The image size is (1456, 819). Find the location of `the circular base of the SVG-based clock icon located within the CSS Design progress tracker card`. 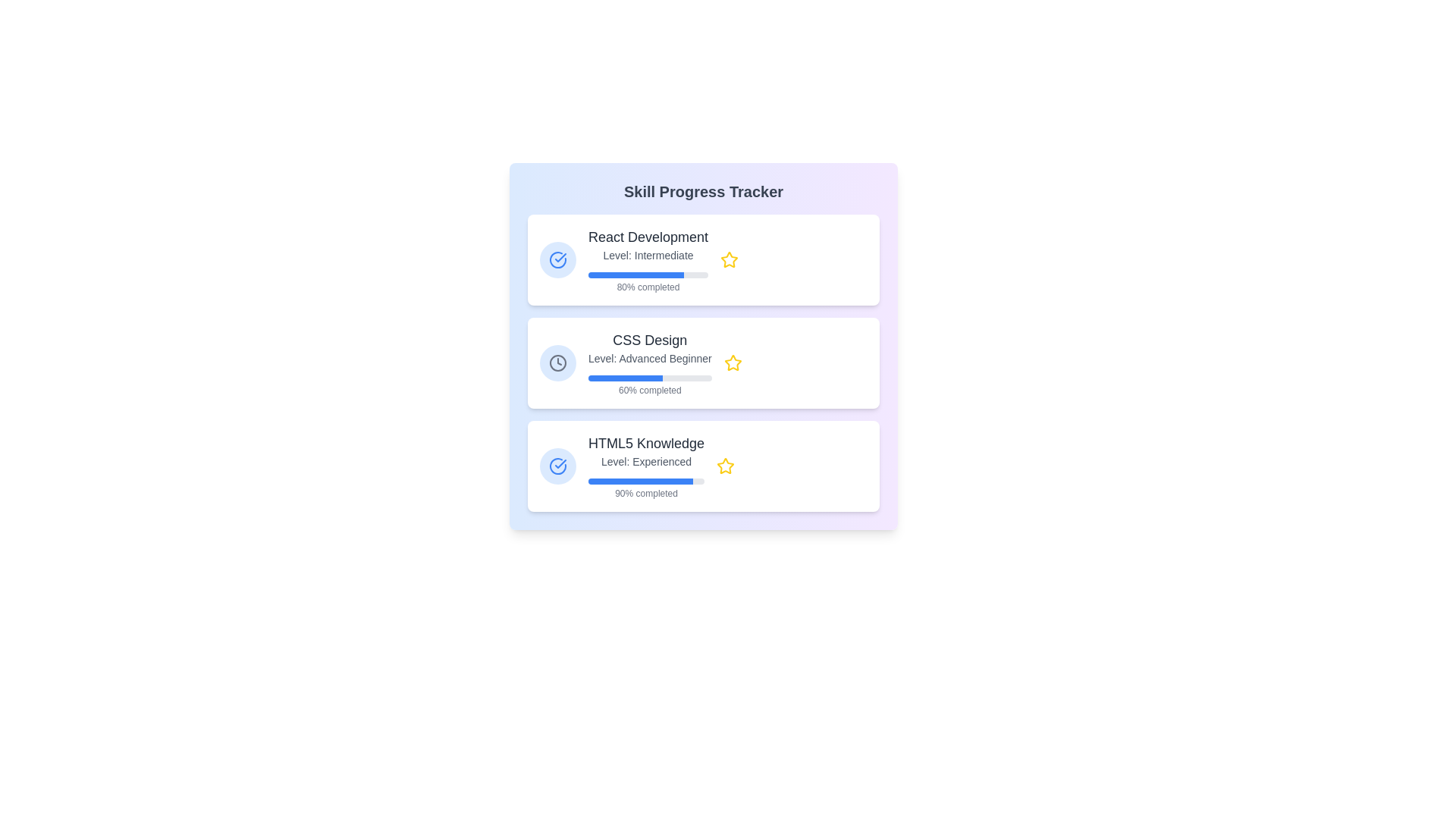

the circular base of the SVG-based clock icon located within the CSS Design progress tracker card is located at coordinates (557, 362).